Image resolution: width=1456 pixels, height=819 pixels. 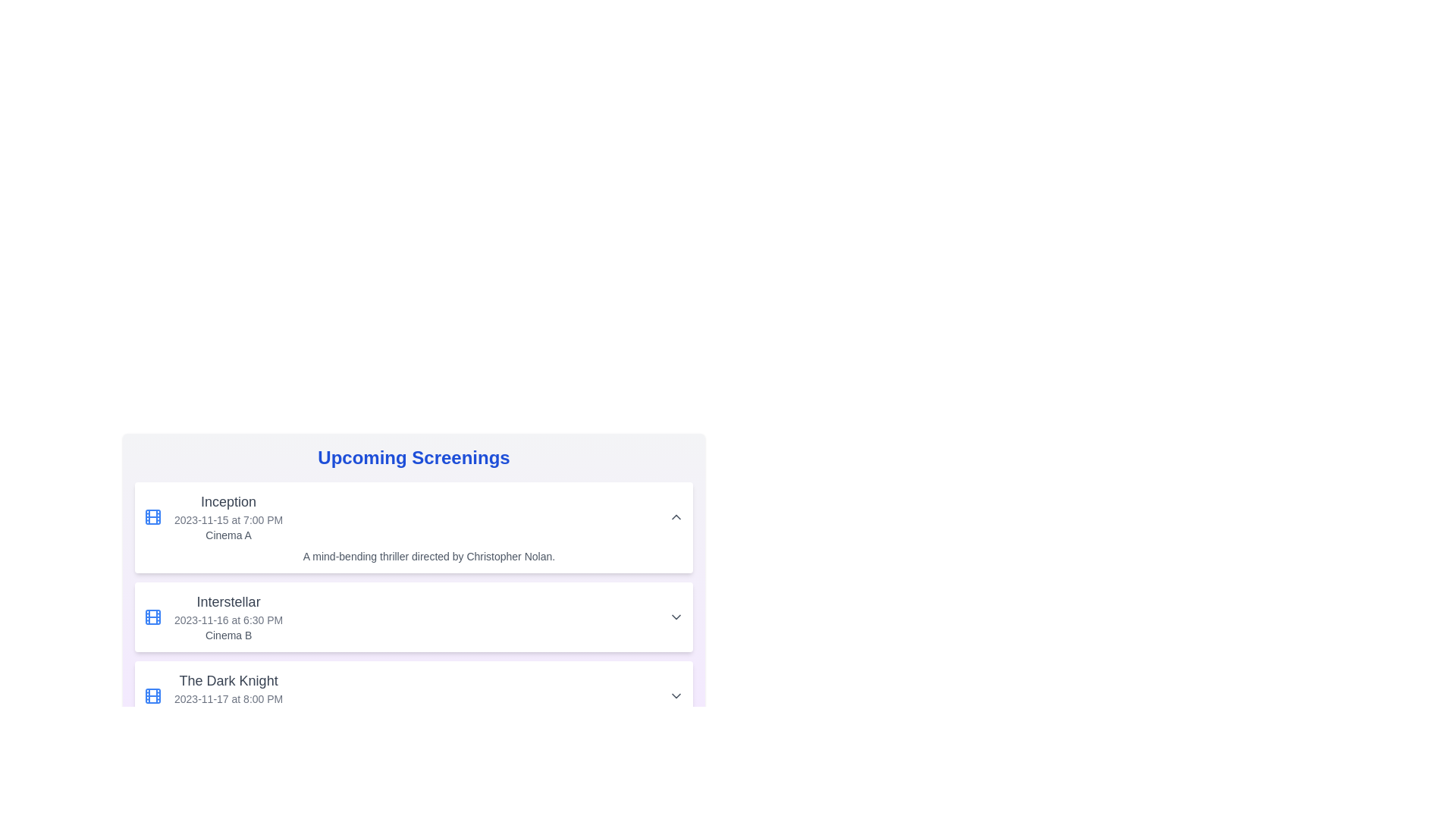 I want to click on the title heading for the movie 'The Dark Knight' located at the bottom-left area of the main content section, so click(x=227, y=680).